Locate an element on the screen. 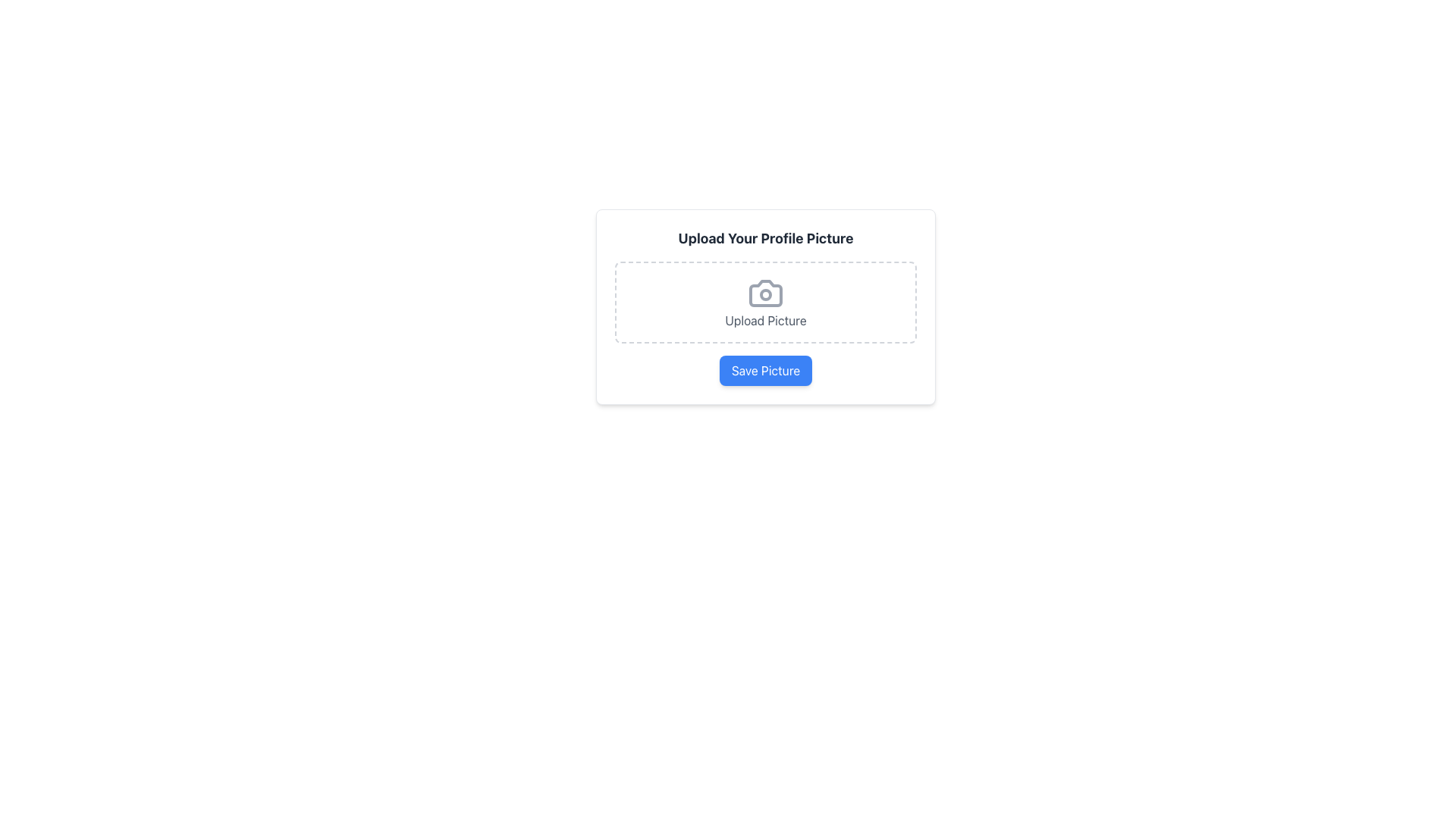 The height and width of the screenshot is (819, 1456). the decorative camera icon within the SVG that enhances the 'Upload Picture' interface is located at coordinates (765, 293).